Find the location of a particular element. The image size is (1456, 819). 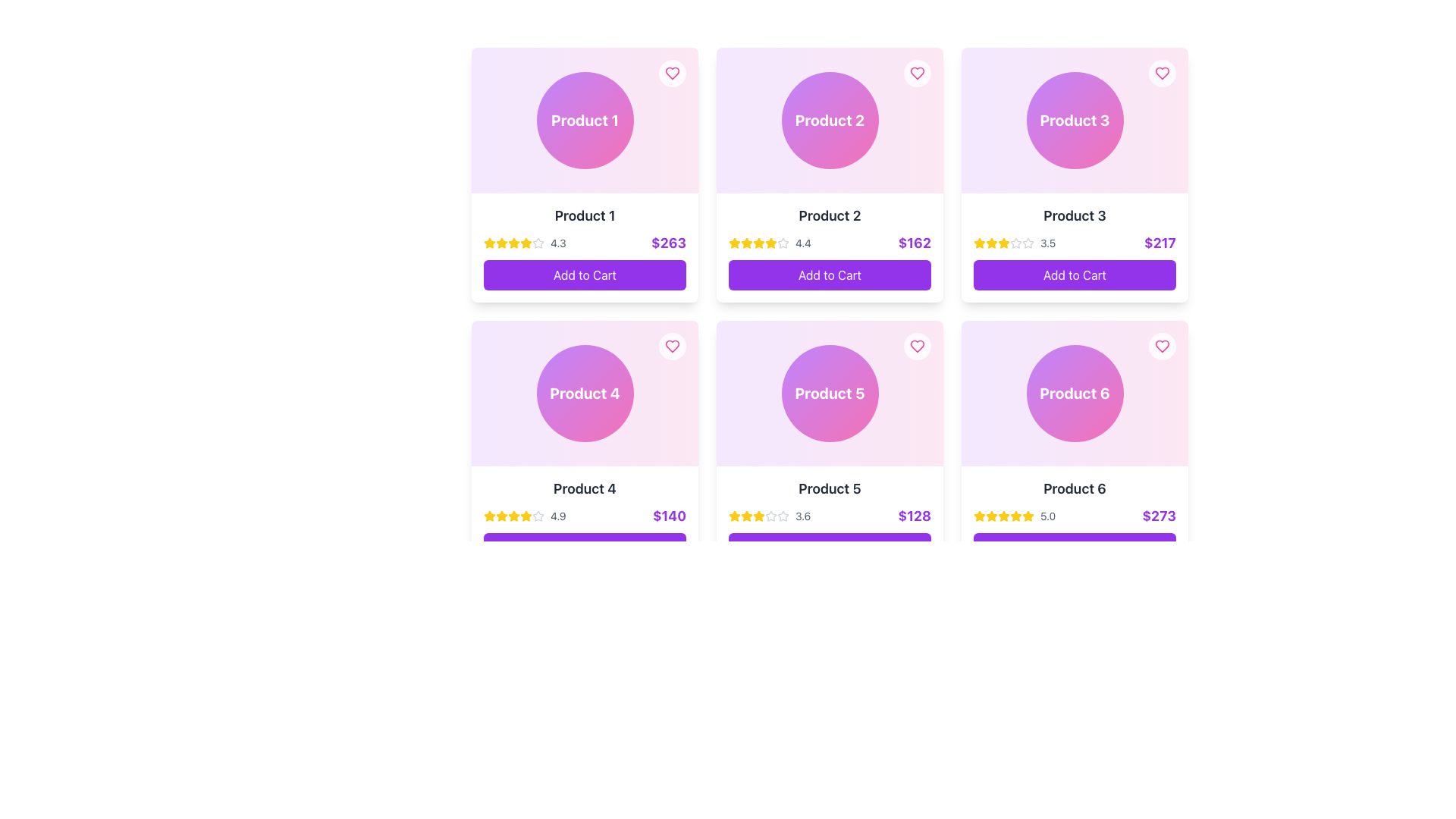

the pink heart icon in the top-right corner of the 'Product 4' card is located at coordinates (672, 346).